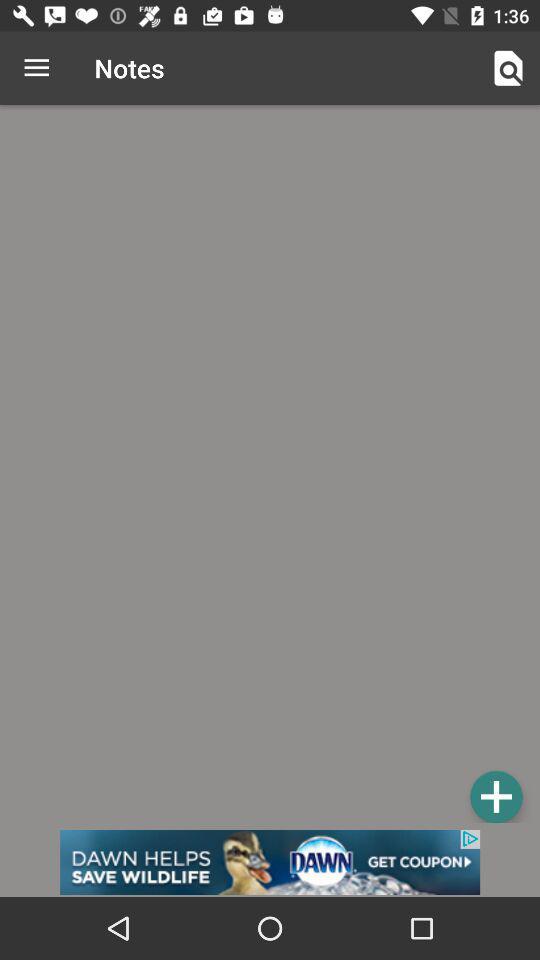 The image size is (540, 960). What do you see at coordinates (270, 861) in the screenshot?
I see `adversitment` at bounding box center [270, 861].